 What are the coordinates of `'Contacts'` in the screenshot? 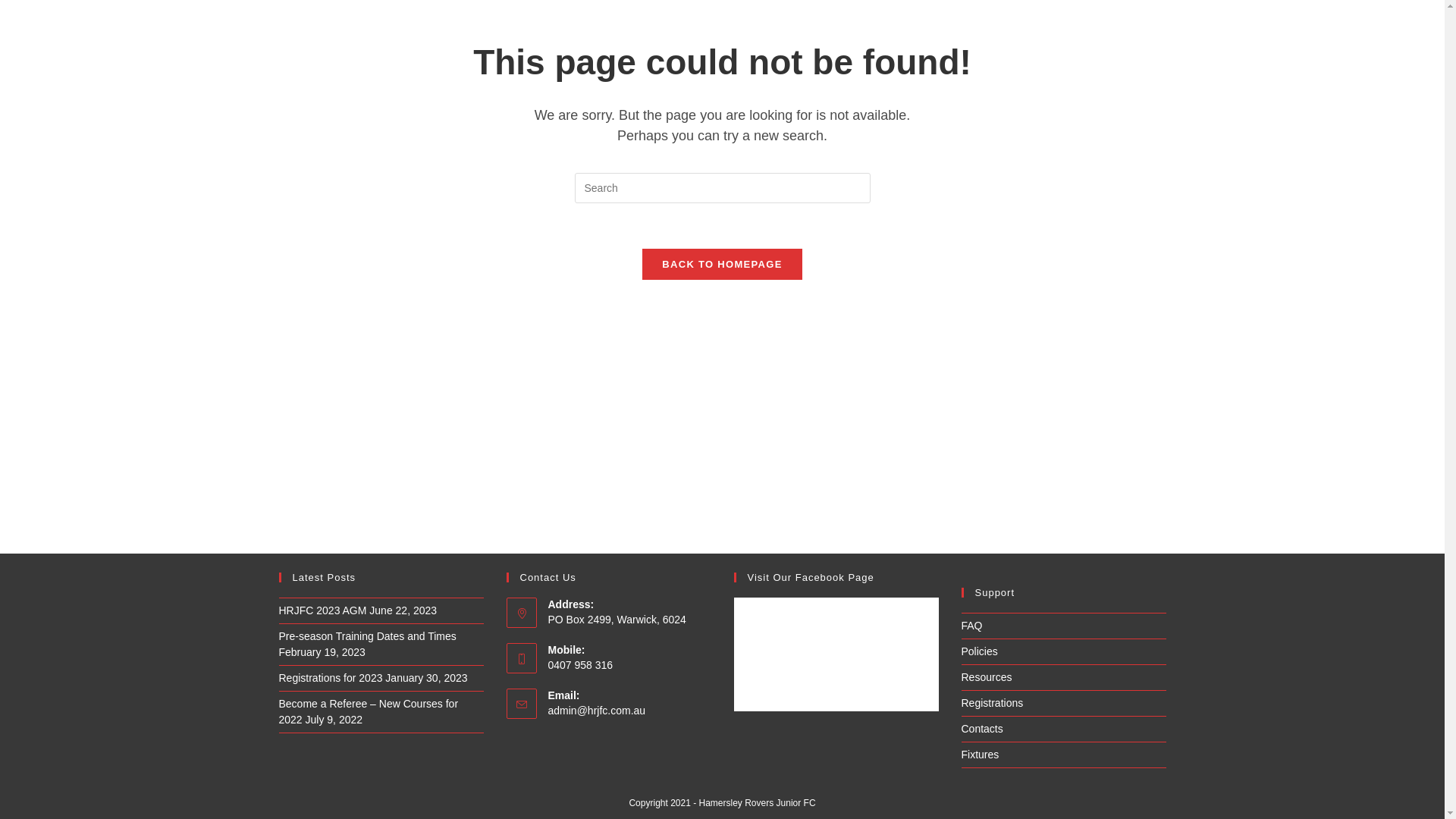 It's located at (982, 727).